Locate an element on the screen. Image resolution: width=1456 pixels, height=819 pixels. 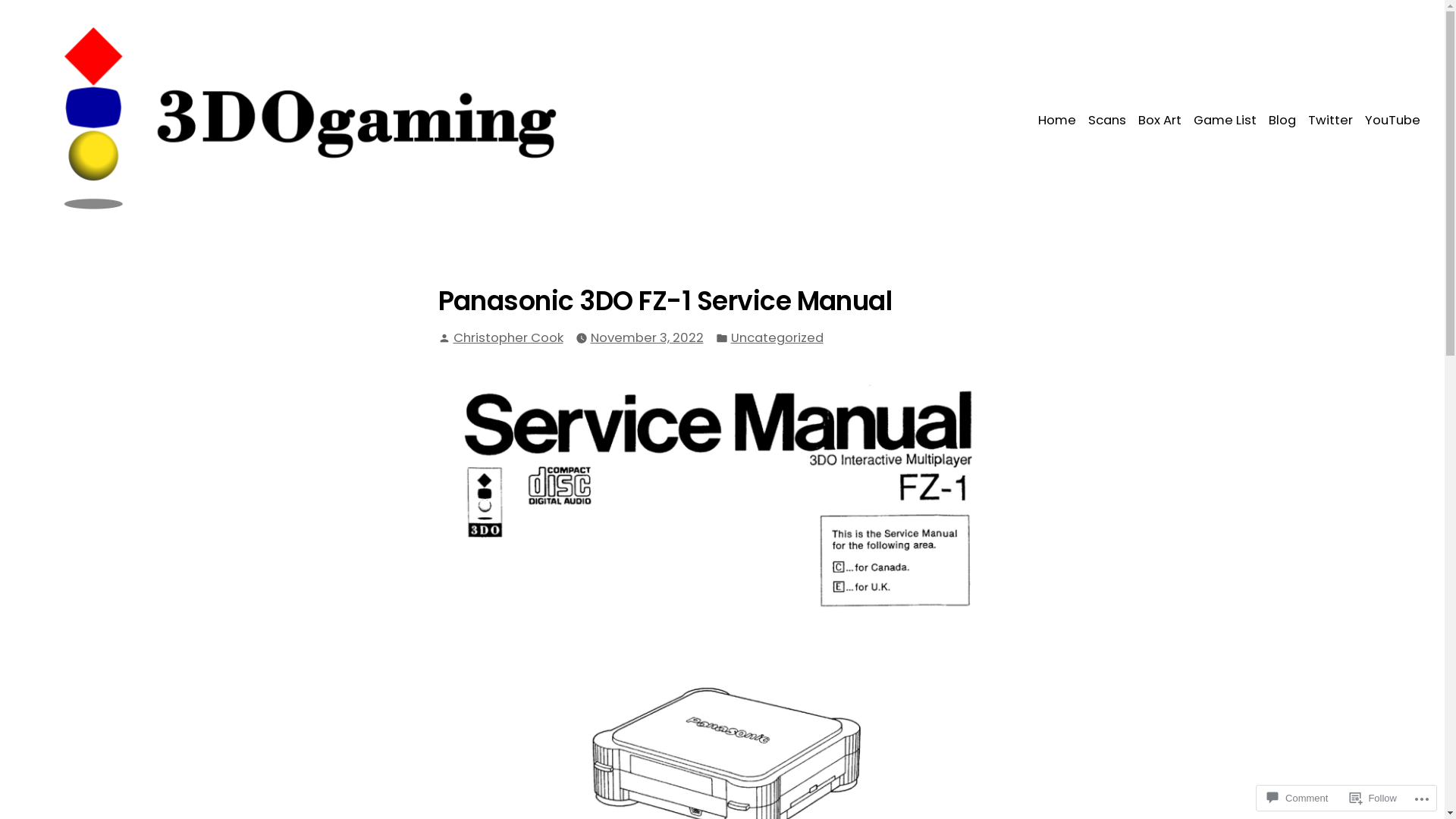
'Comment' is located at coordinates (1296, 797).